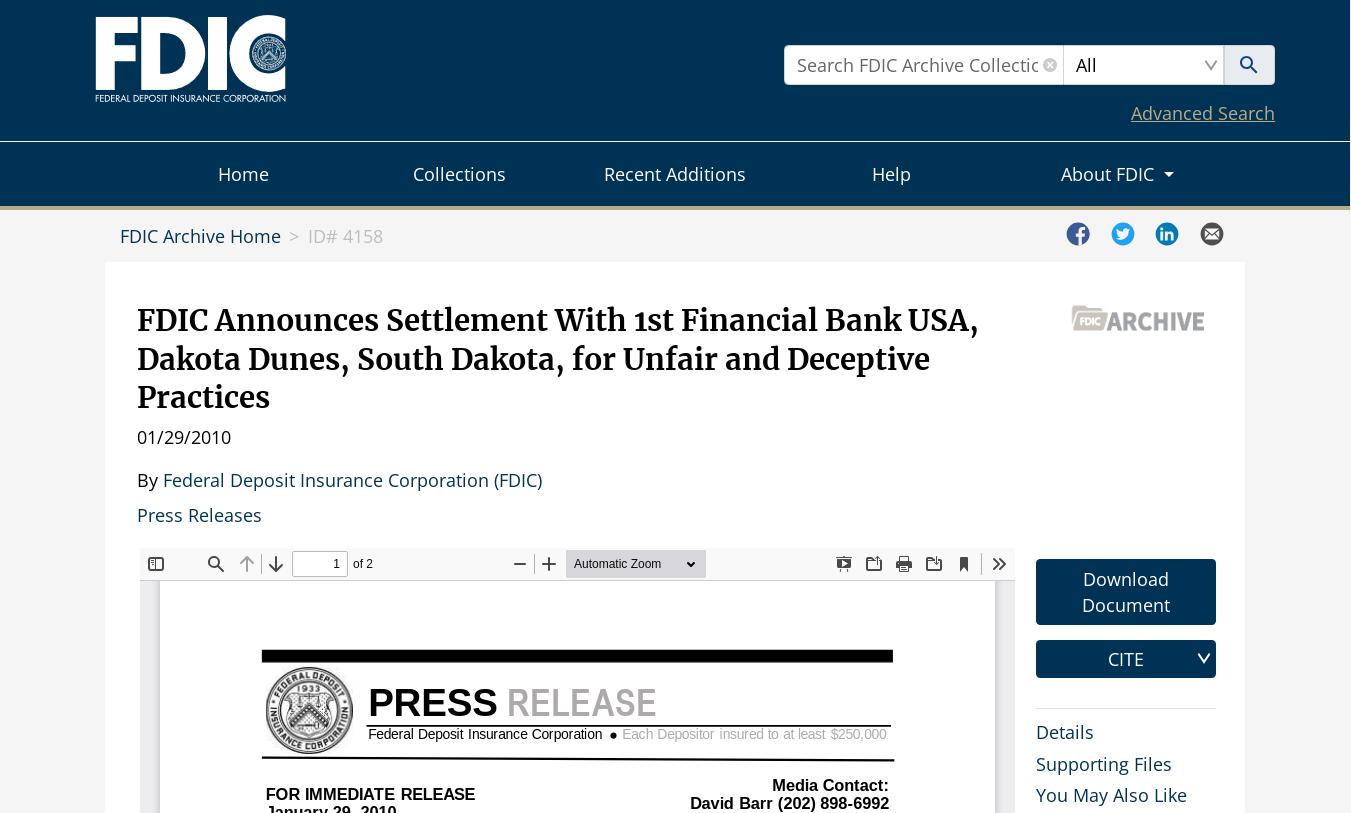 Image resolution: width=1351 pixels, height=813 pixels. I want to click on 'FDIC Archive Home', so click(199, 235).